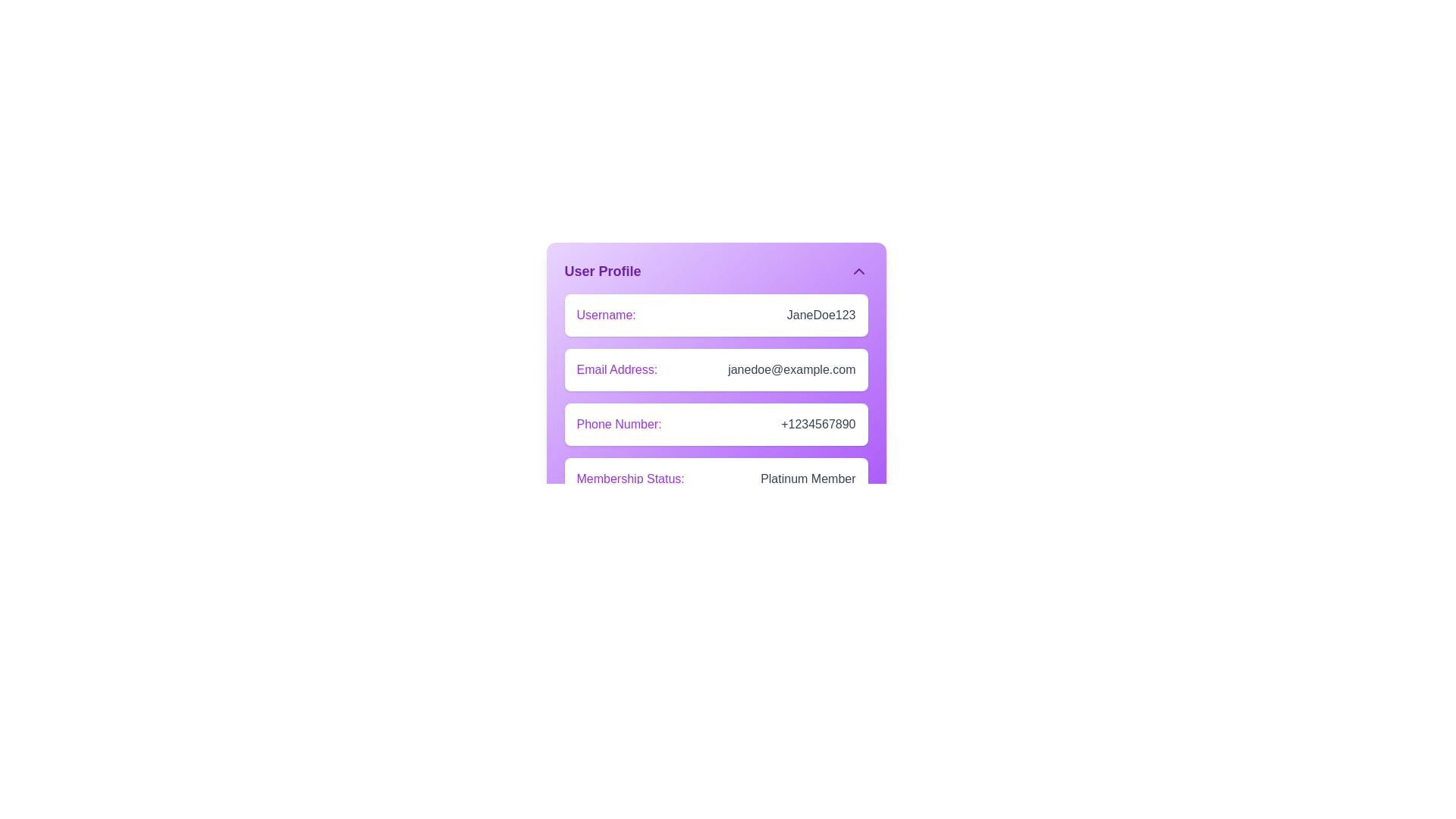 The image size is (1456, 819). Describe the element at coordinates (821, 315) in the screenshot. I see `the text label displaying 'JaneDoe123' which is styled in gray and changes to purple when hovered, located to the right of 'Username:' in a user profile interface` at that location.